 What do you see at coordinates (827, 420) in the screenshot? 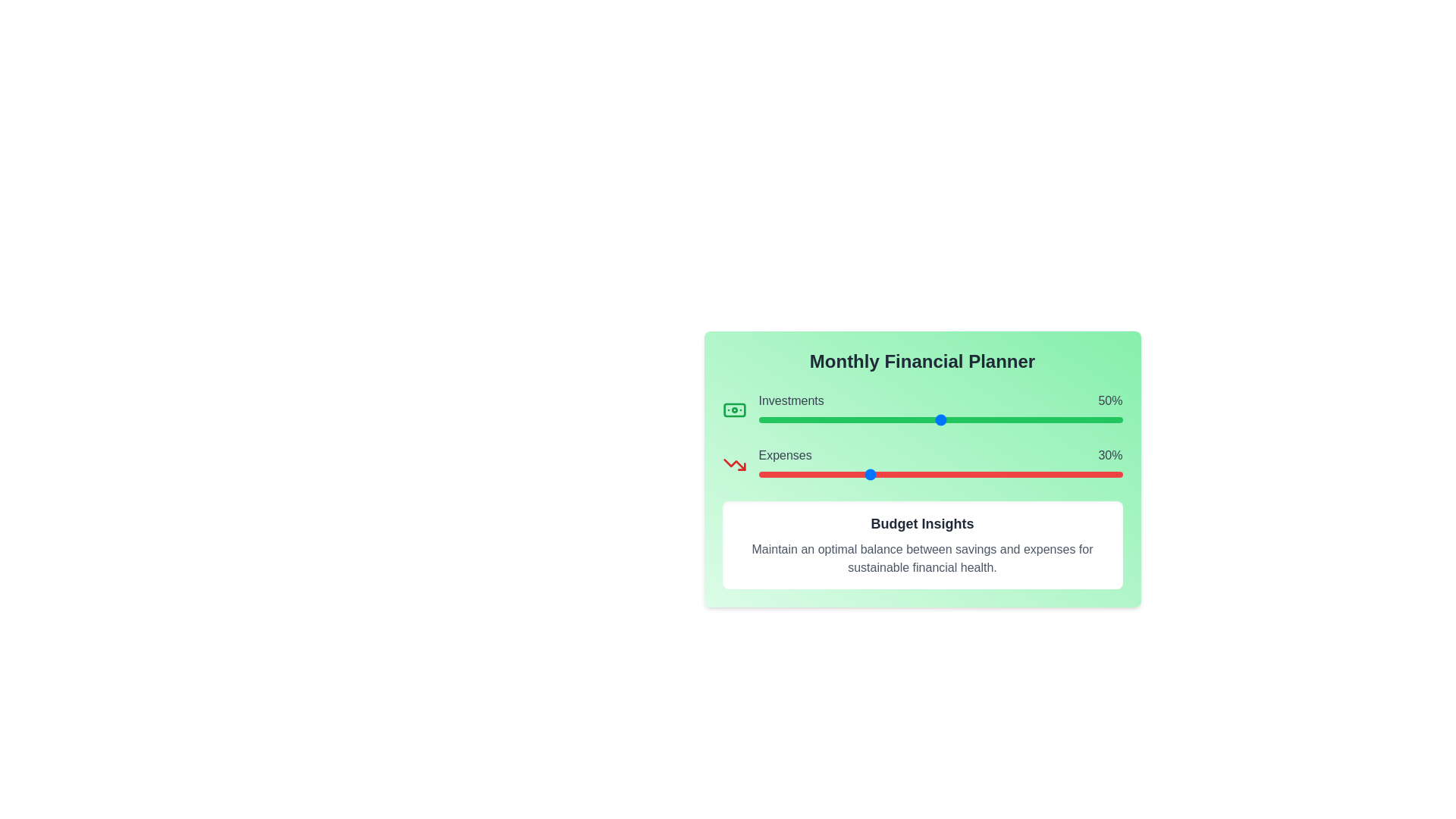
I see `the 'Investments' slider to set its value to 19%` at bounding box center [827, 420].